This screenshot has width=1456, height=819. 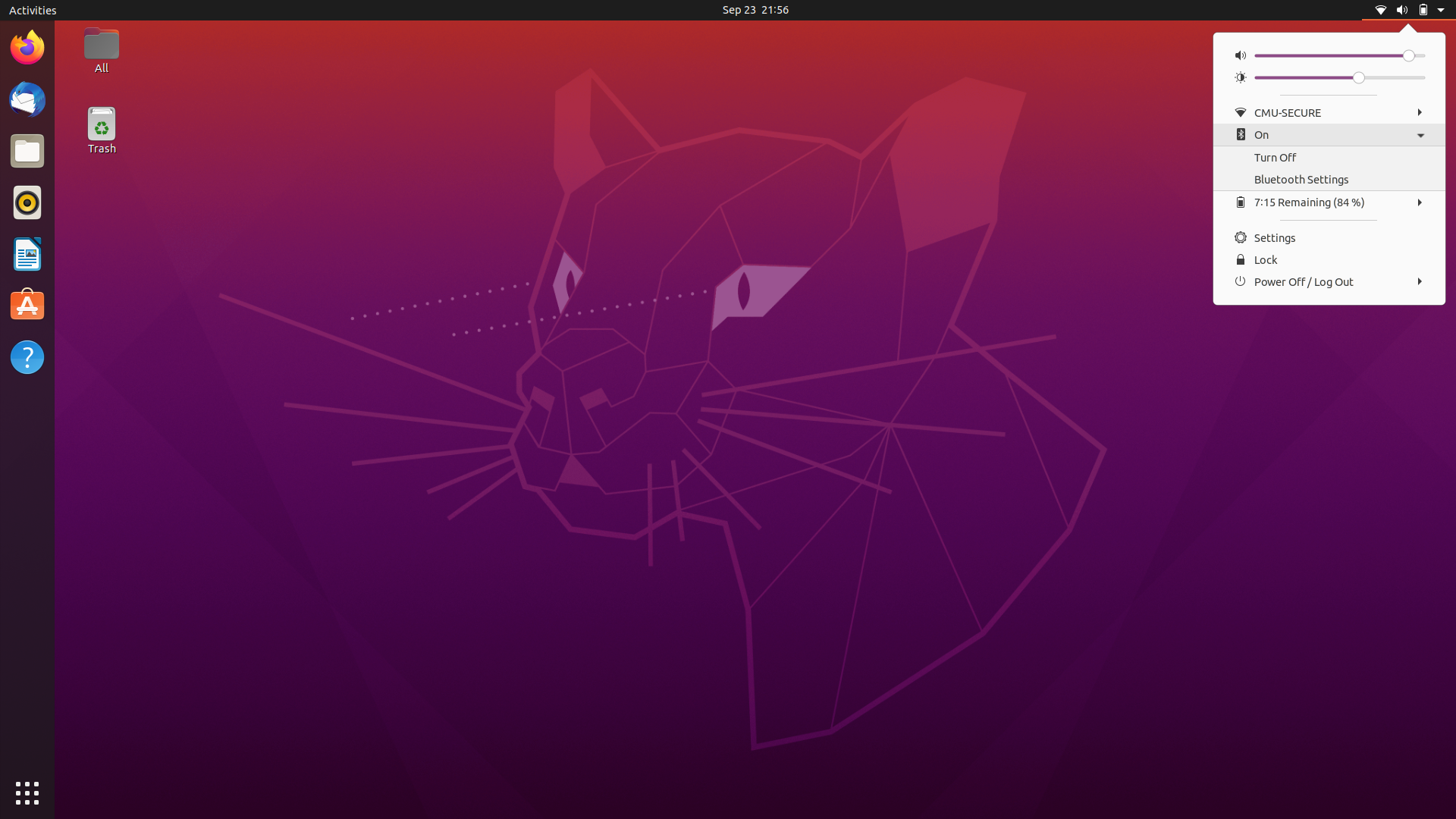 I want to click on Email Application, so click(x=27, y=99).